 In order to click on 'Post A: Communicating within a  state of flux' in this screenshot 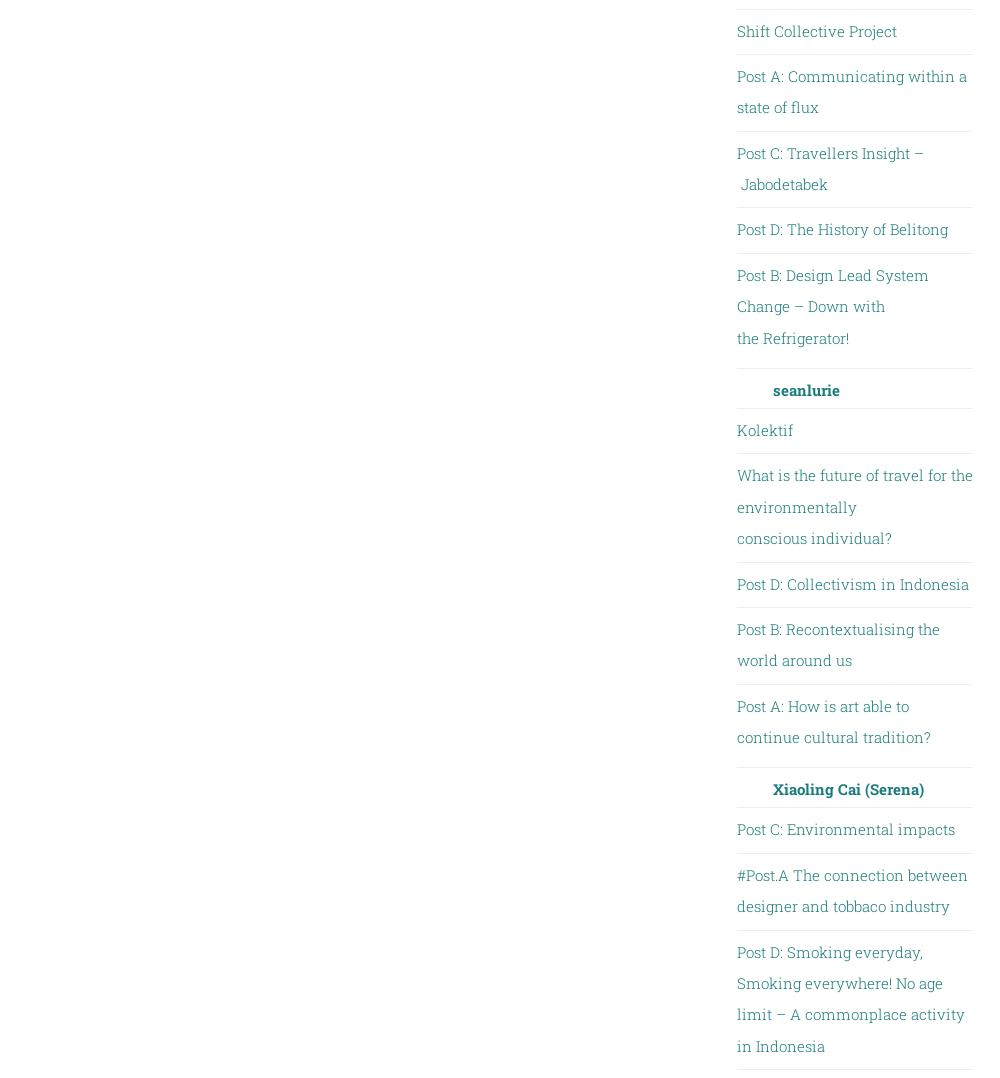, I will do `click(850, 89)`.